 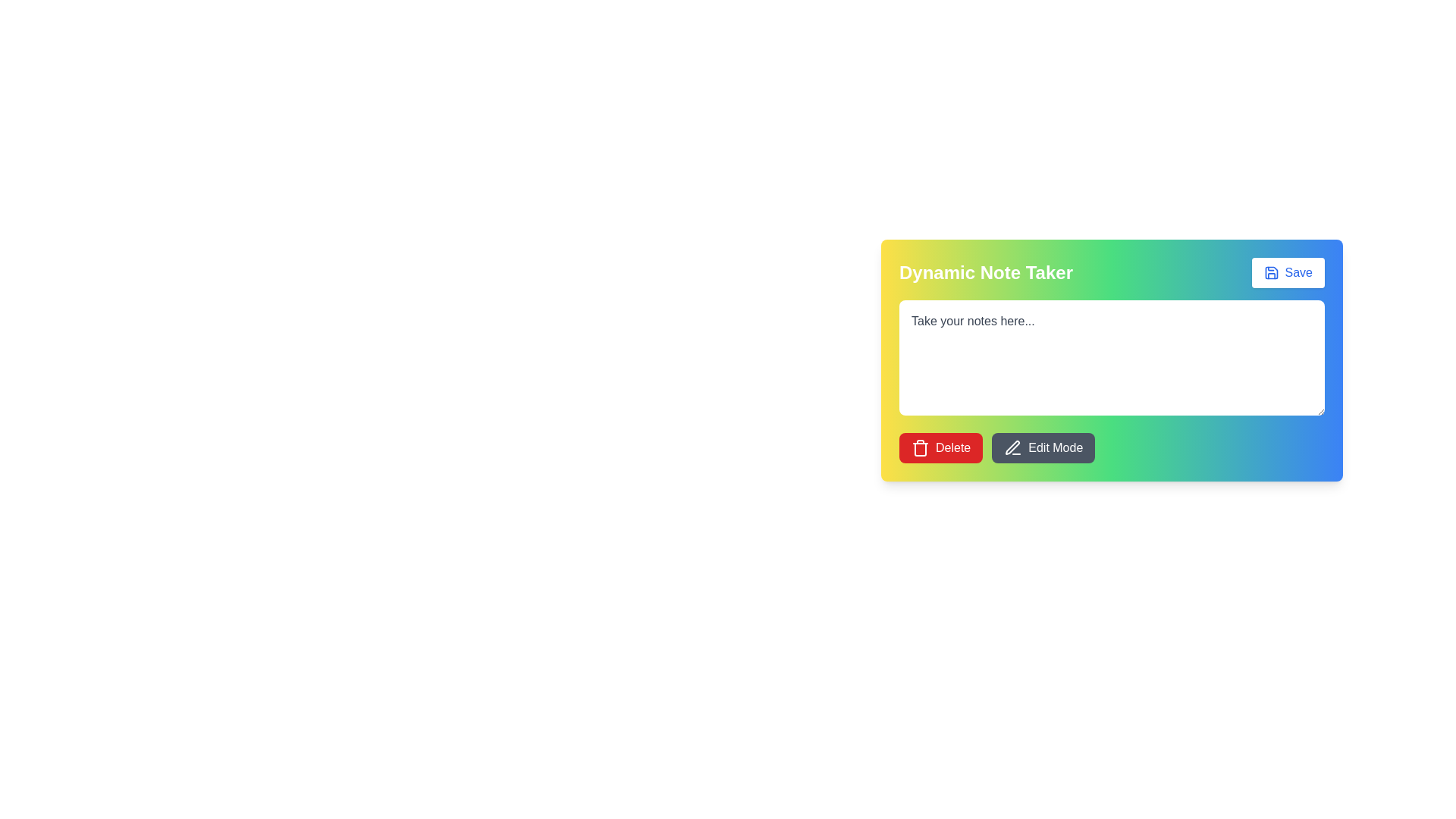 What do you see at coordinates (1013, 447) in the screenshot?
I see `the pen icon within the 'Edit Mode' button, which is the leftmost item next to the 'Delete' button in the note-taking interface` at bounding box center [1013, 447].